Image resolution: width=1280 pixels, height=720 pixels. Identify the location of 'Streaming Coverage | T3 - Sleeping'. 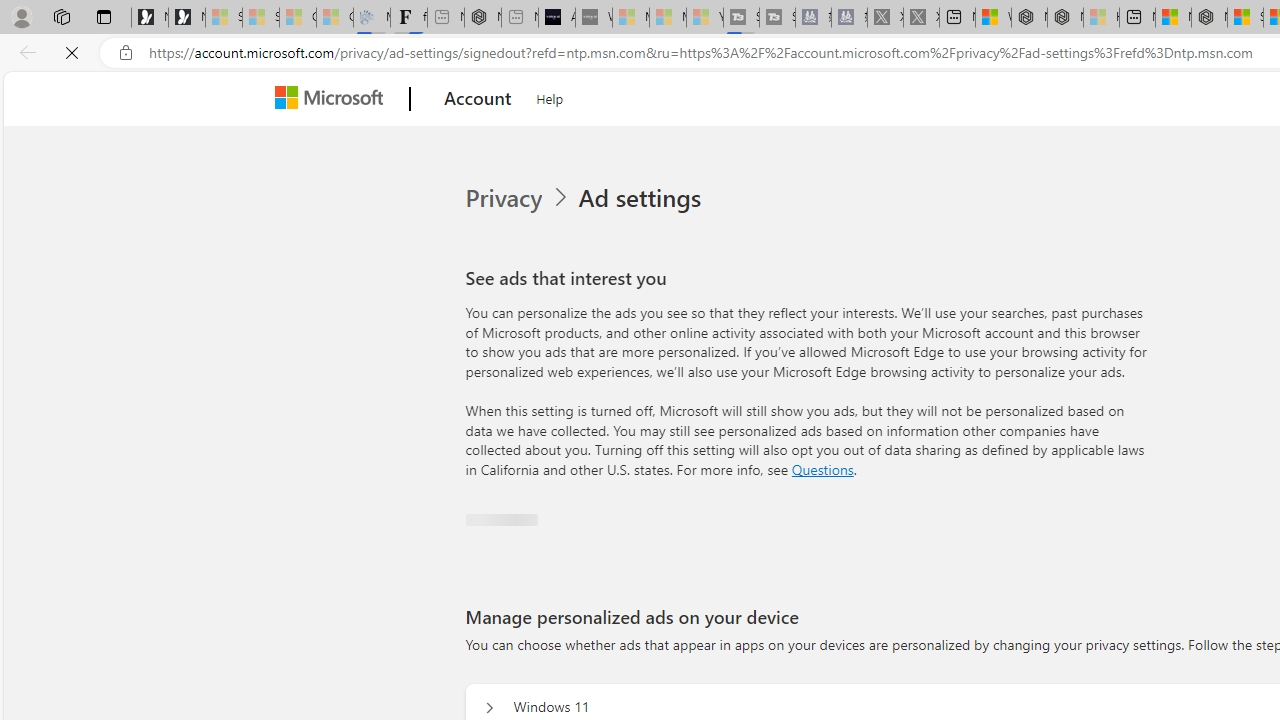
(740, 17).